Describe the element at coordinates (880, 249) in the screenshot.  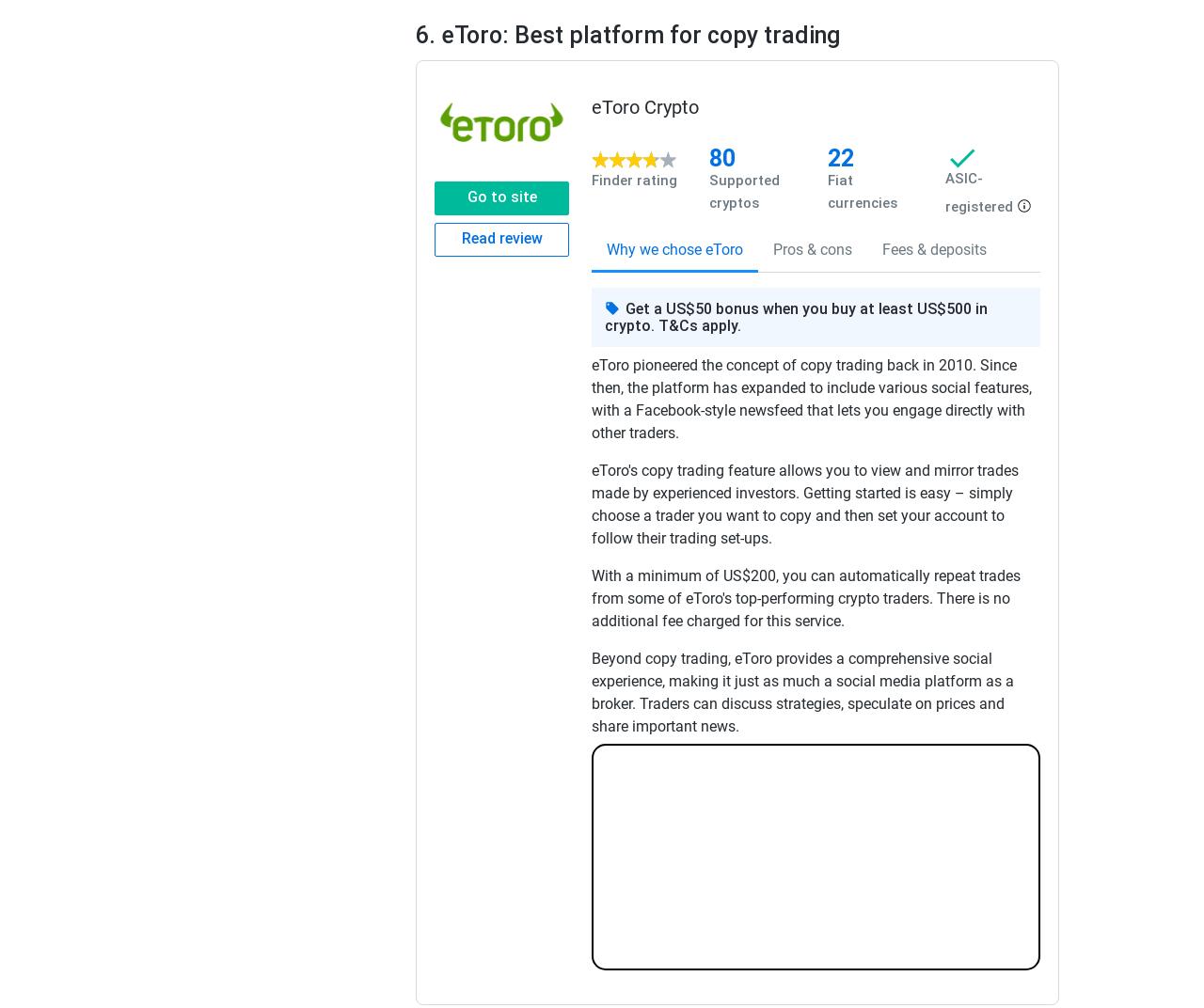
I see `'Fees & deposits'` at that location.